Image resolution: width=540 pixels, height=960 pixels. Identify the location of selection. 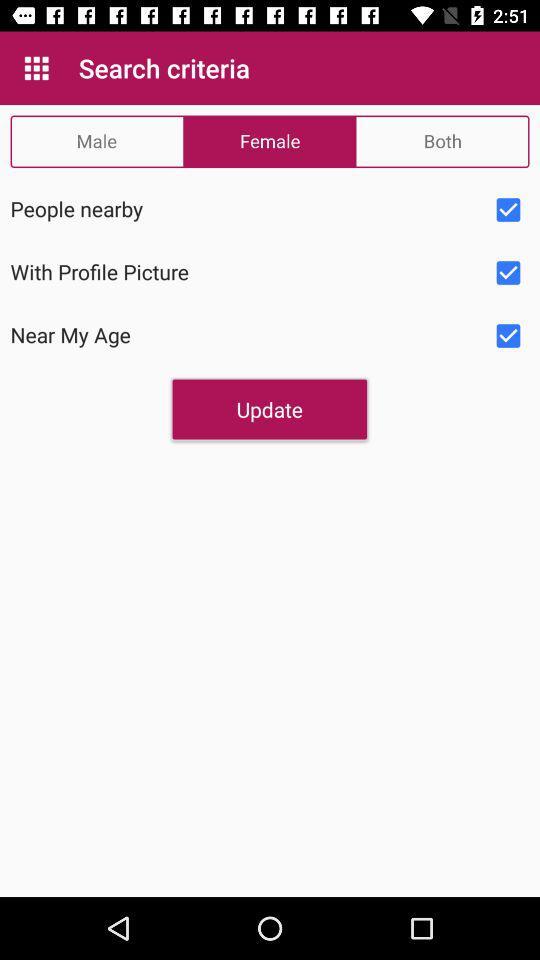
(508, 336).